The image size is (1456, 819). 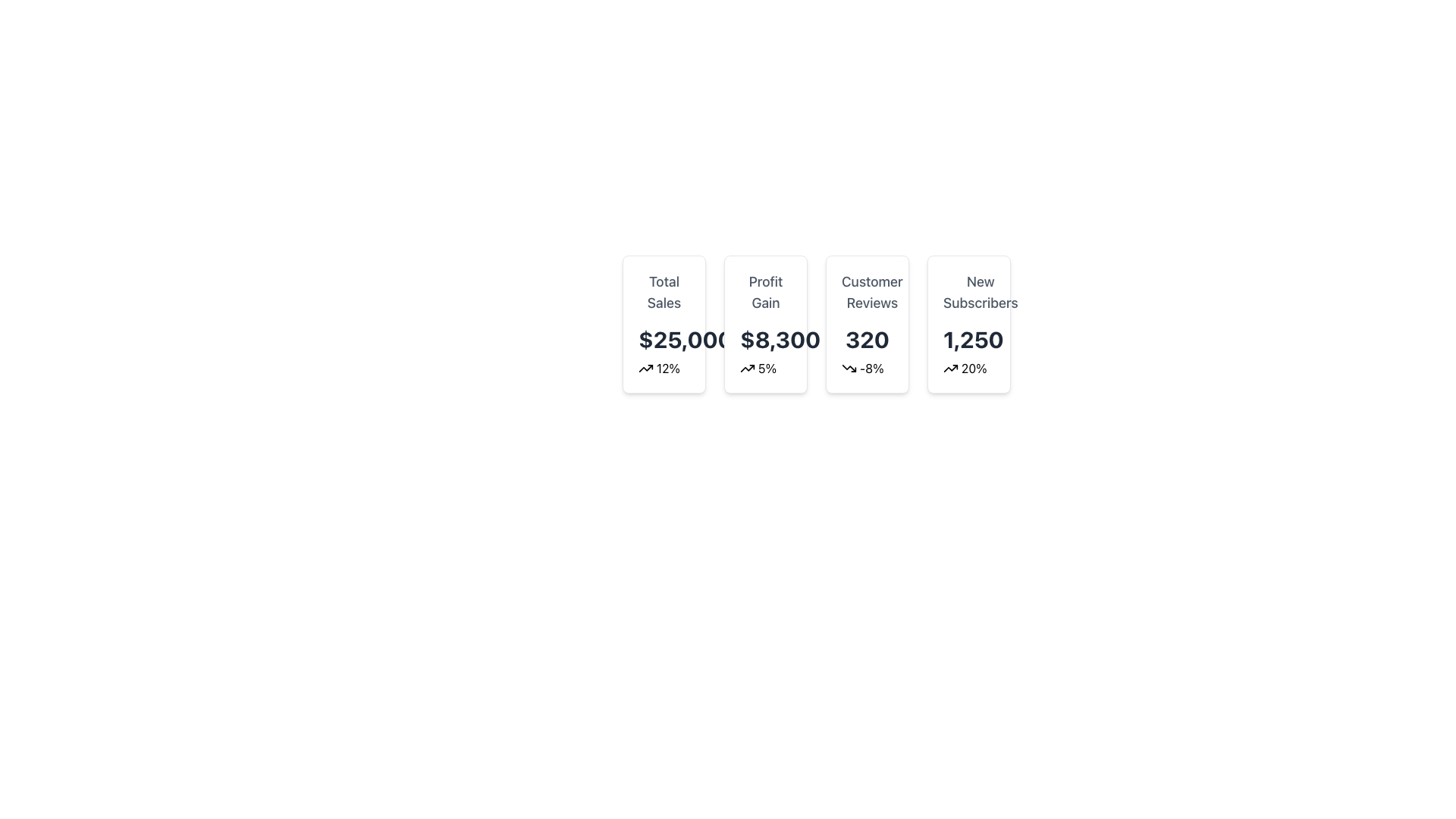 What do you see at coordinates (664, 338) in the screenshot?
I see `the total sales number displayed in the 'Total Sales' card` at bounding box center [664, 338].